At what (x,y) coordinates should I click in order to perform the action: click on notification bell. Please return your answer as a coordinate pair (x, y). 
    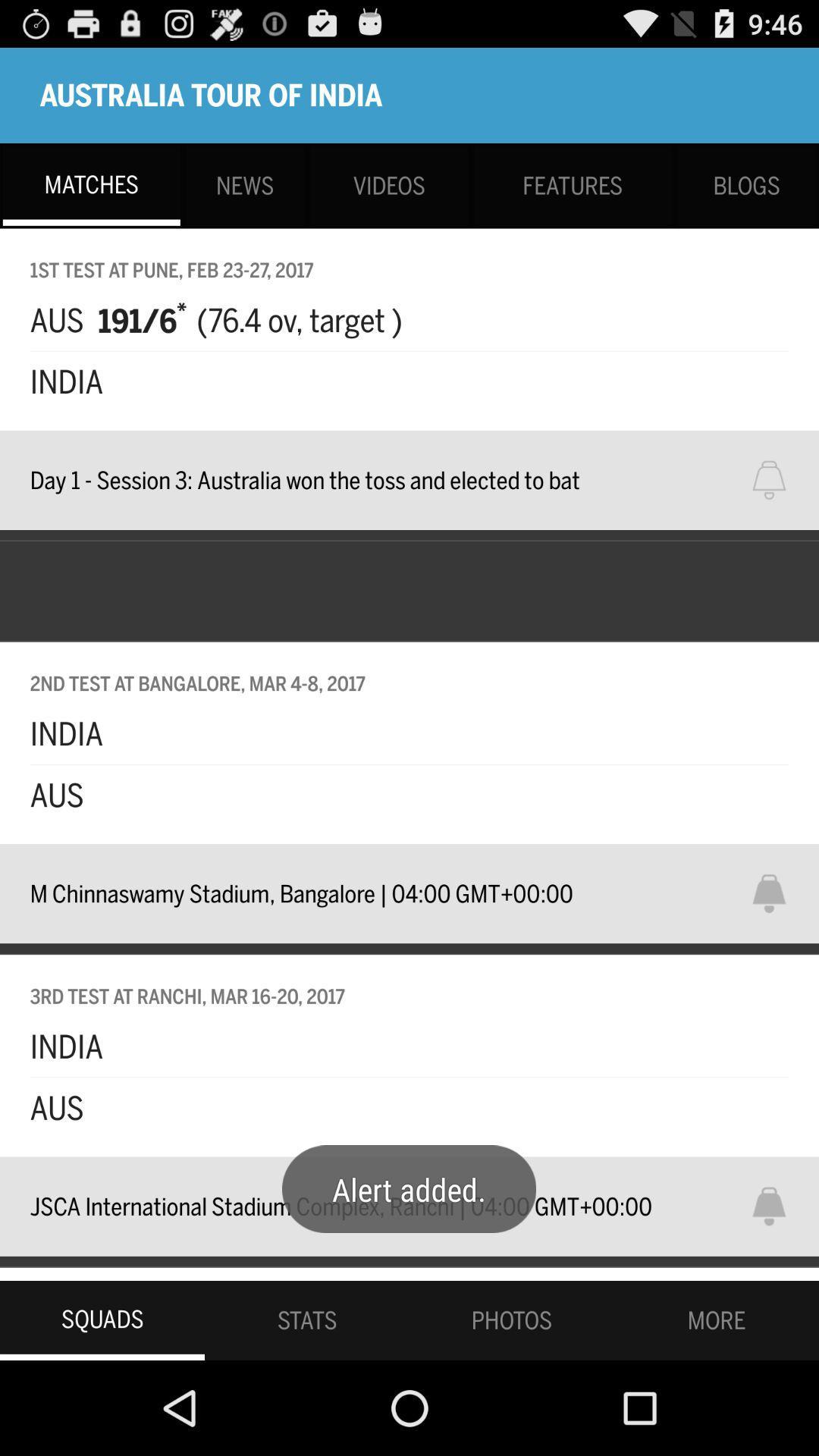
    Looking at the image, I should click on (779, 479).